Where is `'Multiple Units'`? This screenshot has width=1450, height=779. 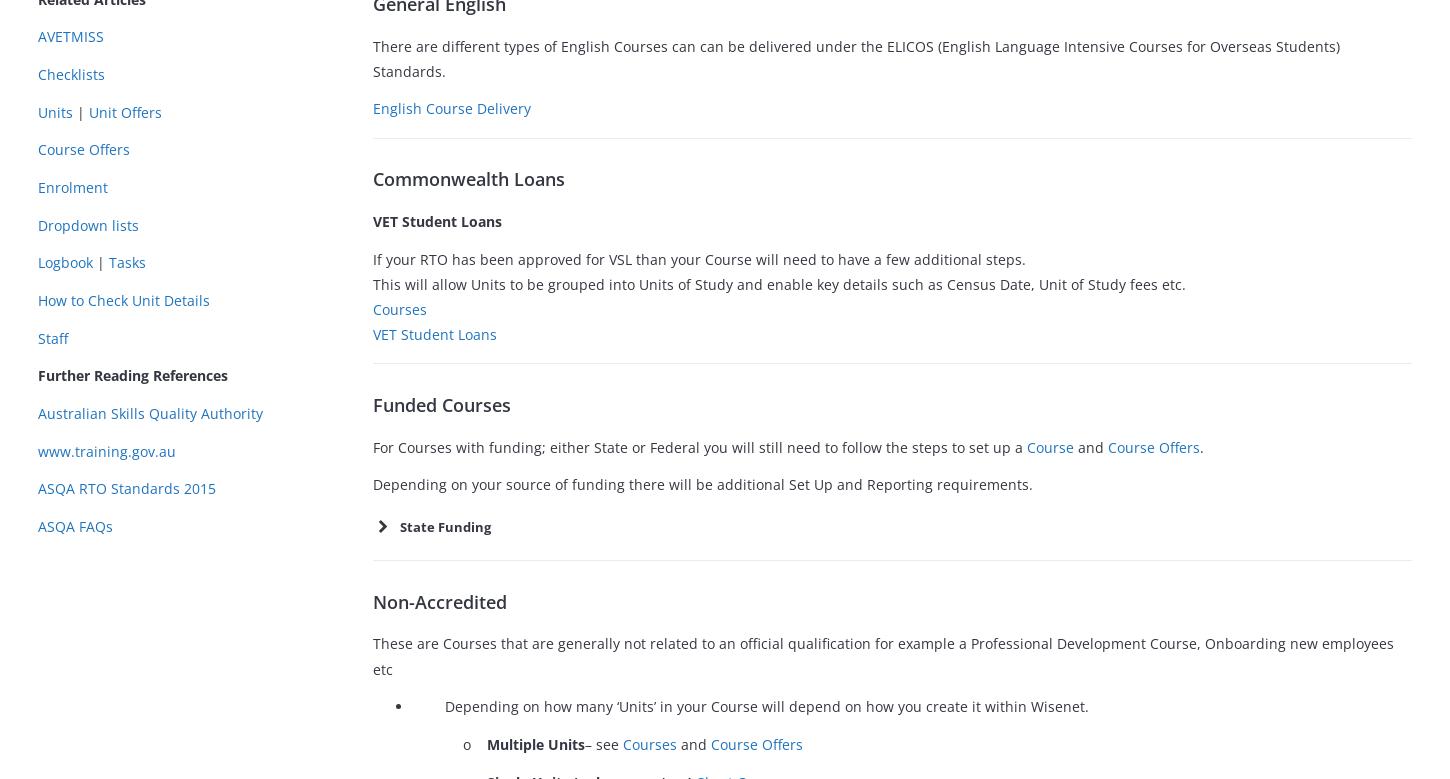
'Multiple Units' is located at coordinates (487, 742).